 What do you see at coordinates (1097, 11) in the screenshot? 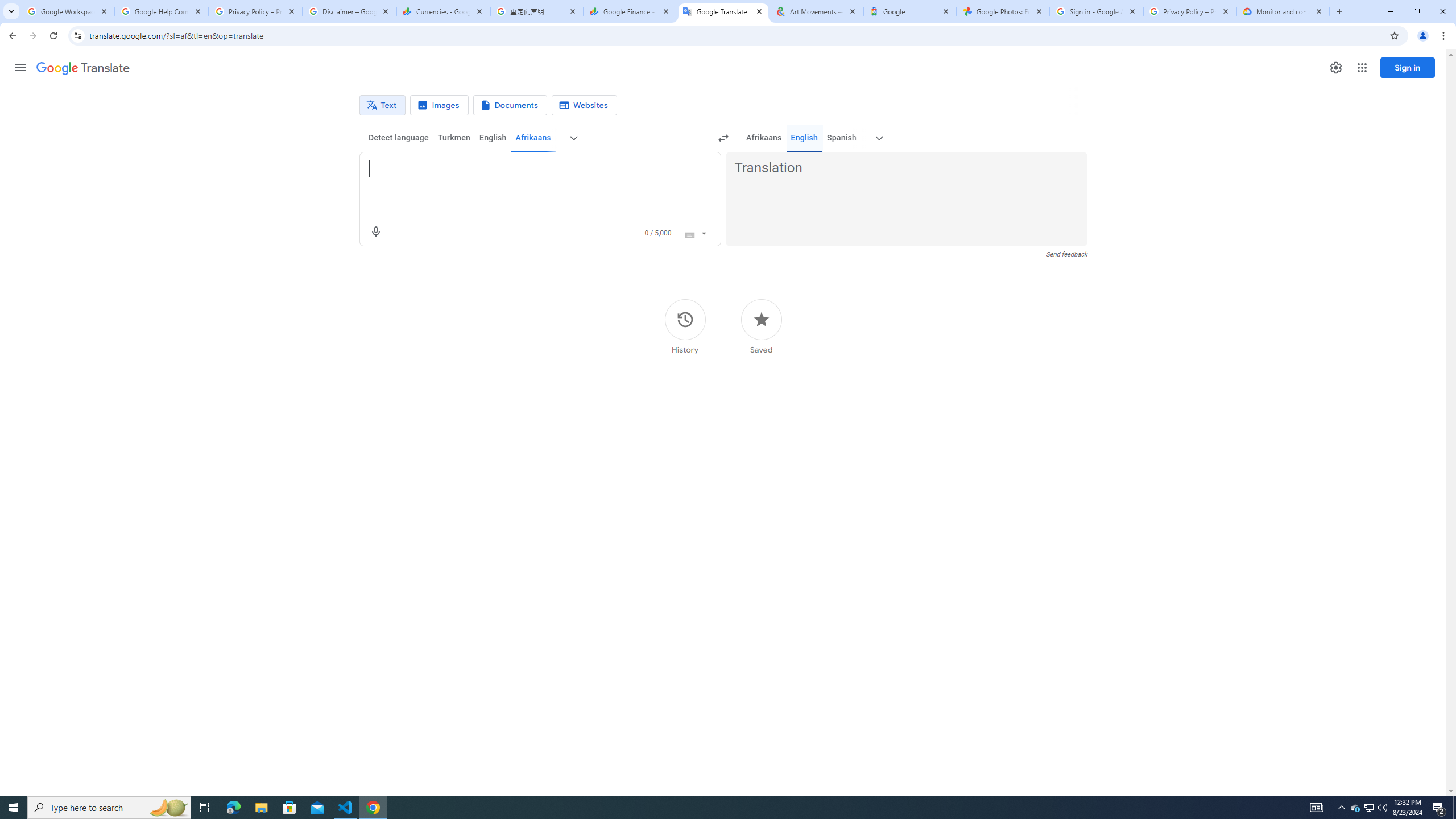
I see `'Sign in - Google Accounts'` at bounding box center [1097, 11].